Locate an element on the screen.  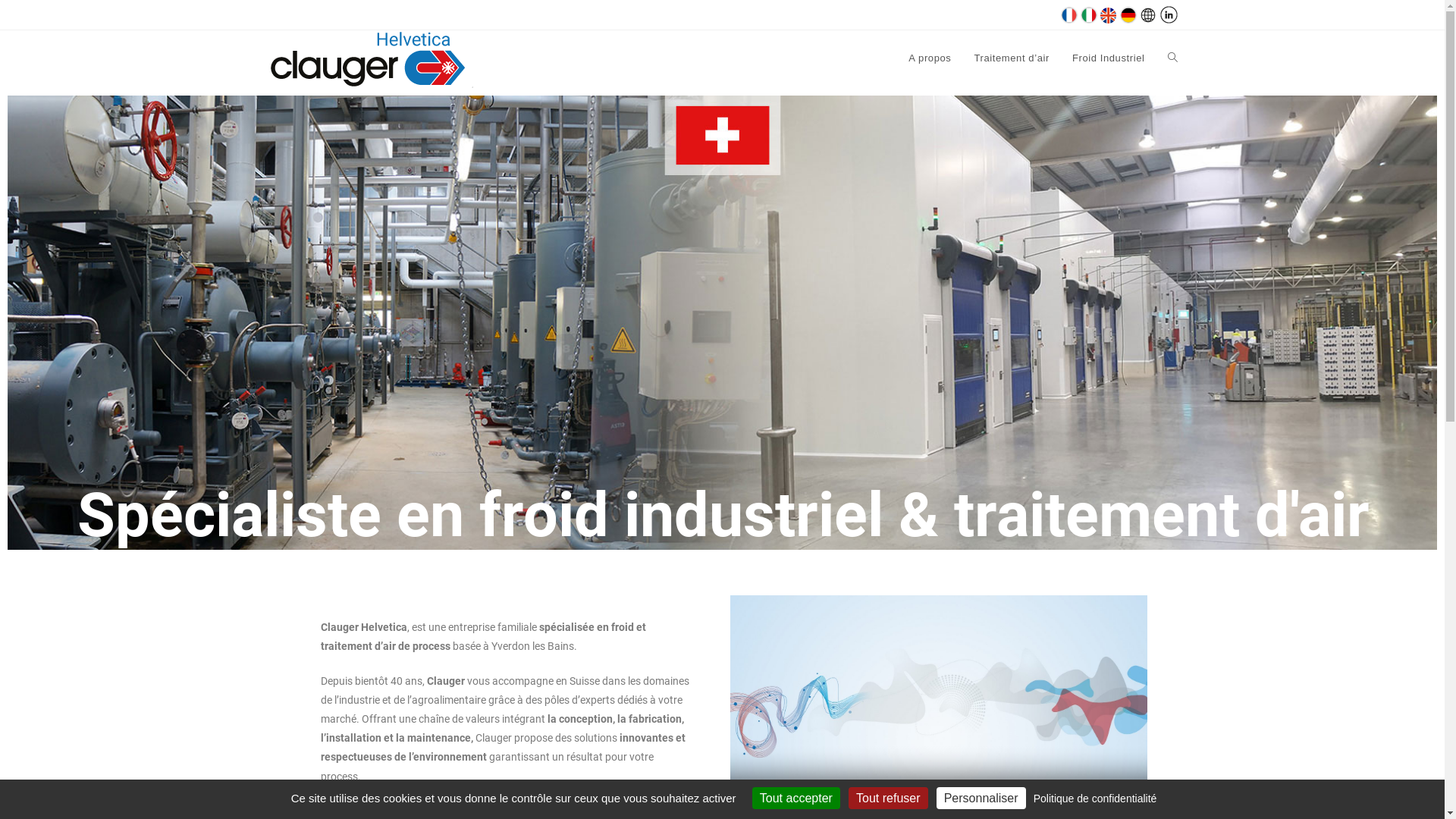
'A propos' is located at coordinates (928, 58).